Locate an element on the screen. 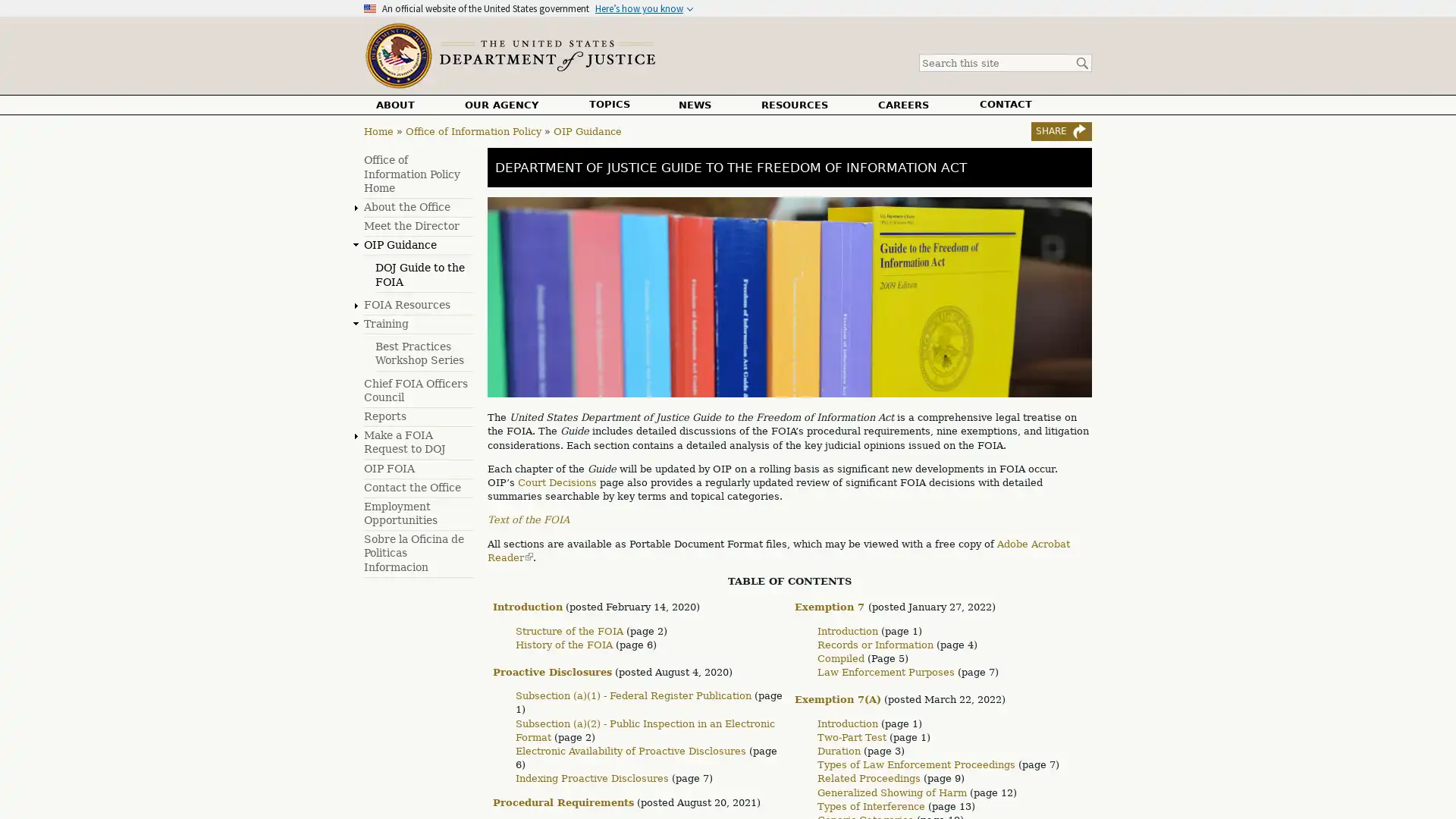 The width and height of the screenshot is (1456, 819). Heres how you know is located at coordinates (644, 8).